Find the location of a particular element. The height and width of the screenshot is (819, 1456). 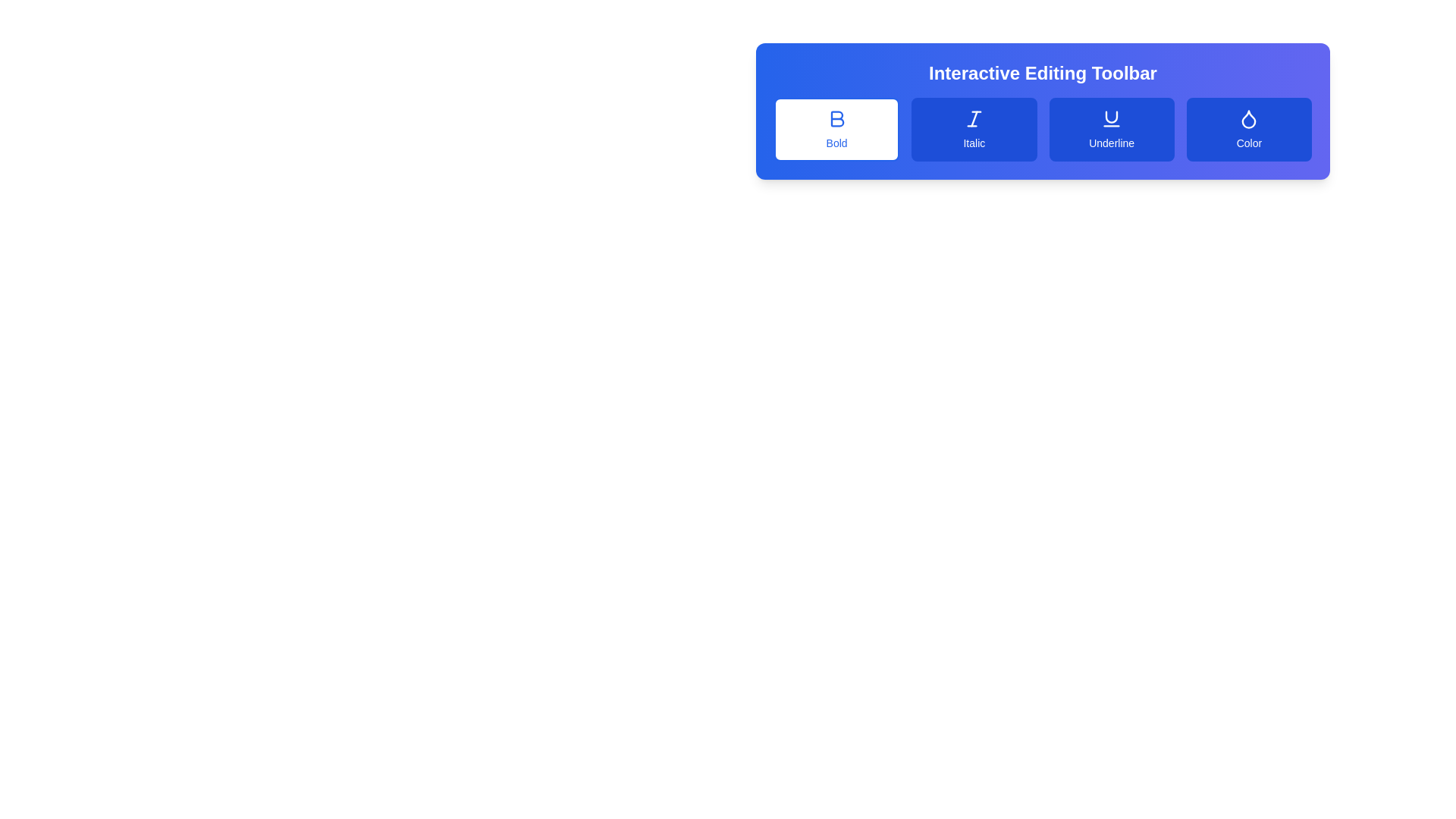

the horizontal toolbar with a gradient blue background that features options such as 'Bold', 'Italic', 'Underline', and 'Color' is located at coordinates (1042, 110).